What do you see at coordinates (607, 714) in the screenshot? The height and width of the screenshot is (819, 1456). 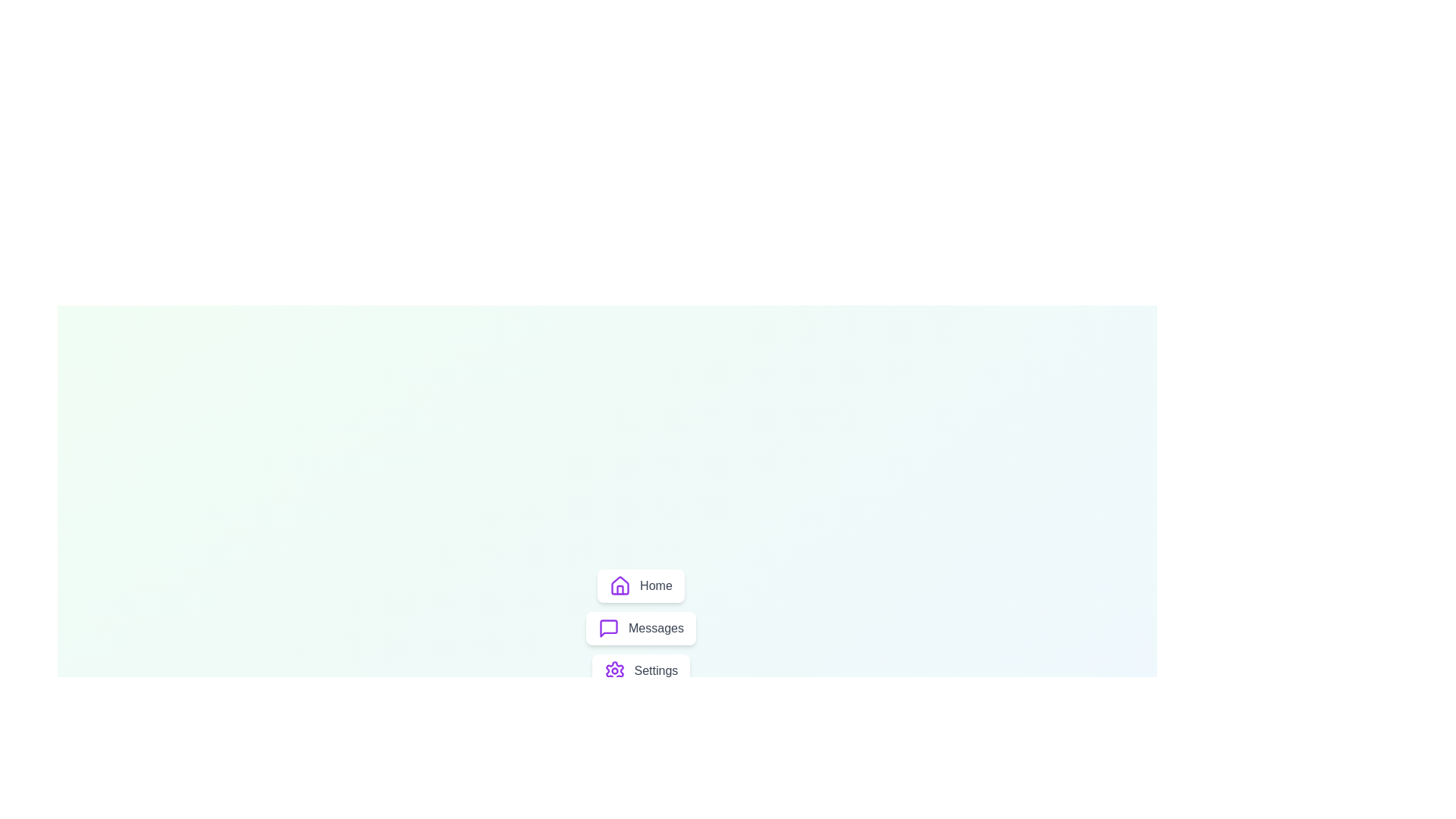 I see `the toggle button to change the menu visibility` at bounding box center [607, 714].